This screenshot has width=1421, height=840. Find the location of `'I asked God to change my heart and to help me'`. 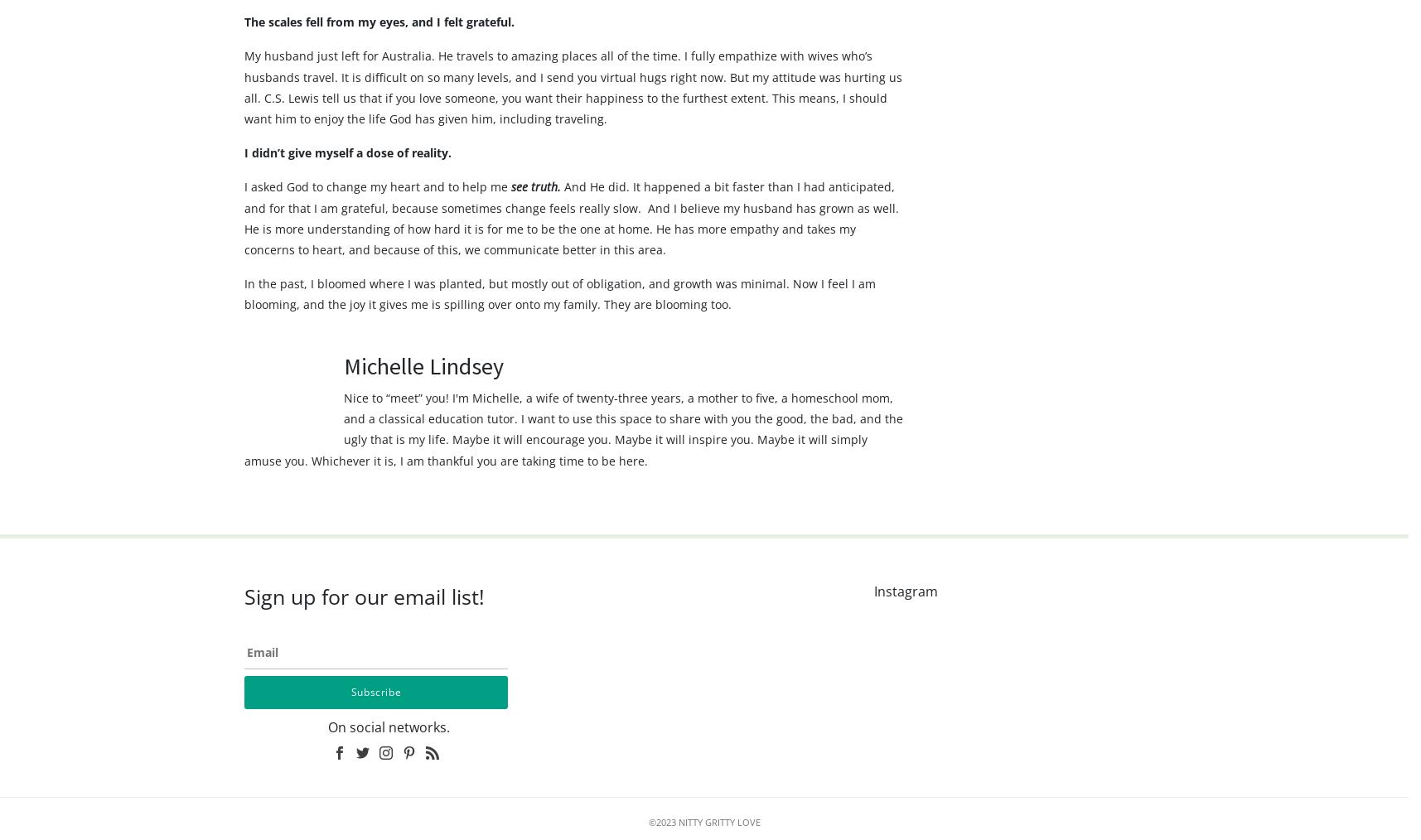

'I asked God to change my heart and to help me' is located at coordinates (378, 219).